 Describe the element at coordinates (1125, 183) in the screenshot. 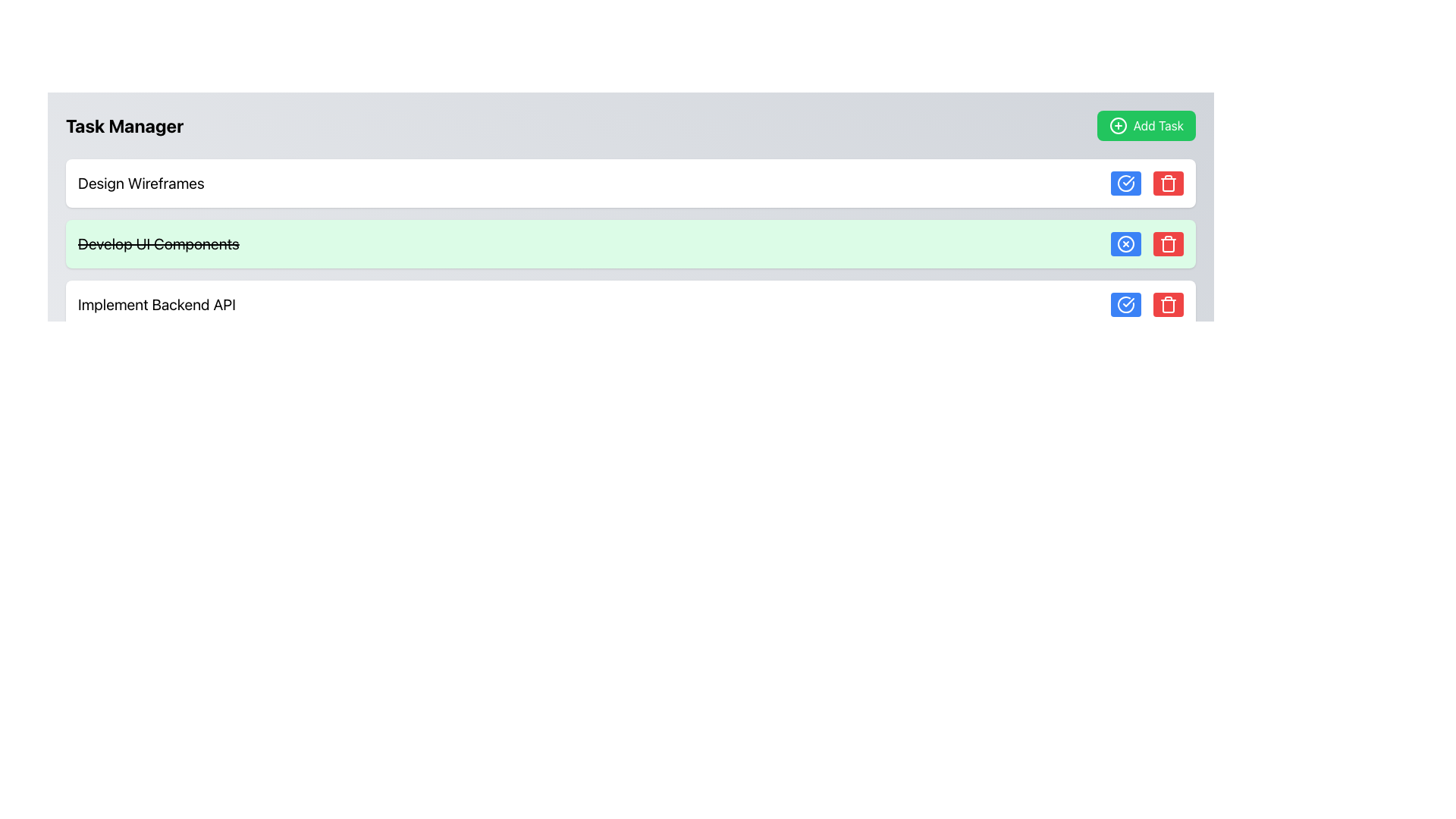

I see `the blue button with a white circular checkmark icon, located to the right of the 'Develop UI Components' task and left of the red trash bin button` at that location.